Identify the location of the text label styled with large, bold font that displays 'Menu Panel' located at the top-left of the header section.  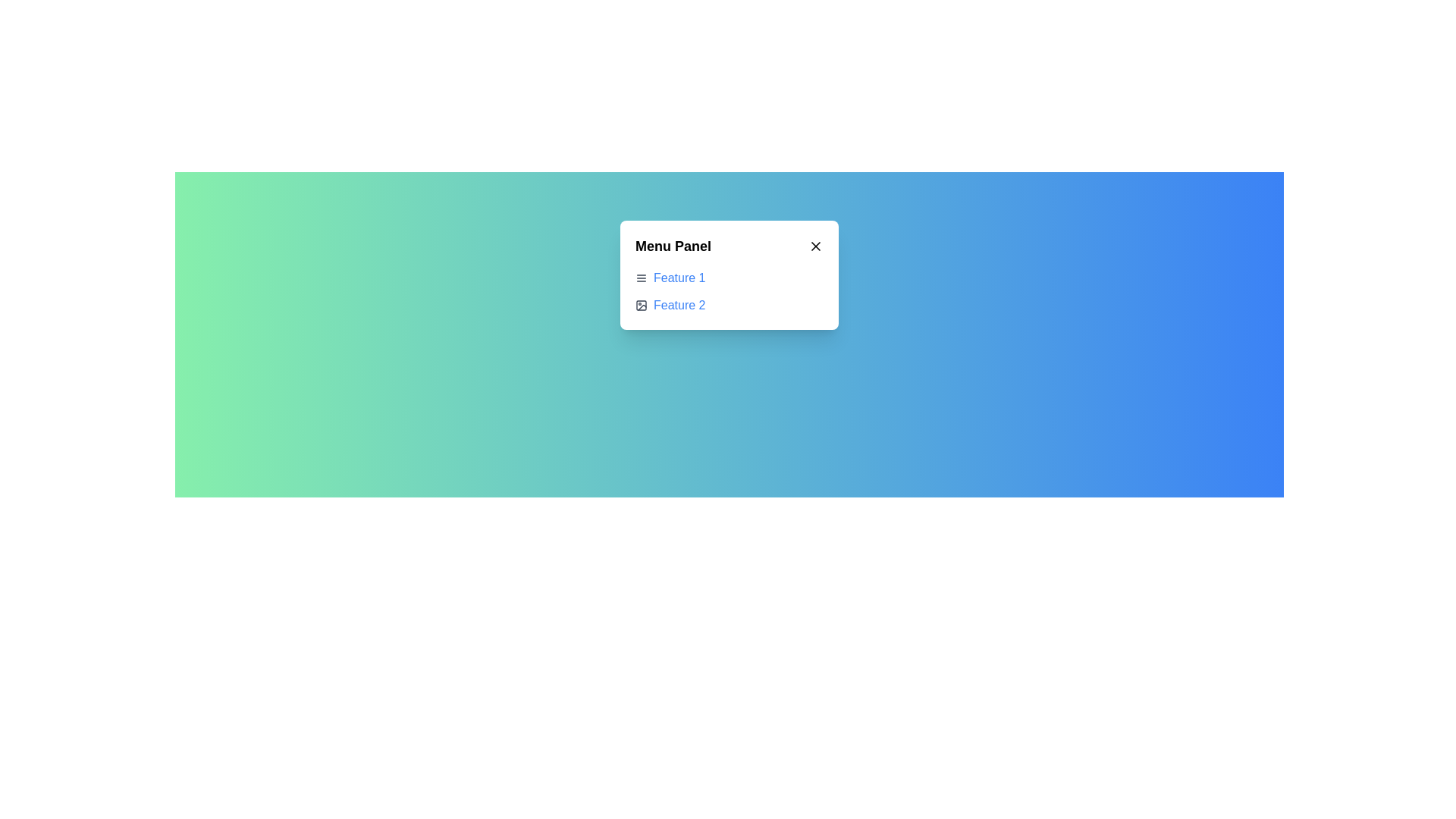
(673, 245).